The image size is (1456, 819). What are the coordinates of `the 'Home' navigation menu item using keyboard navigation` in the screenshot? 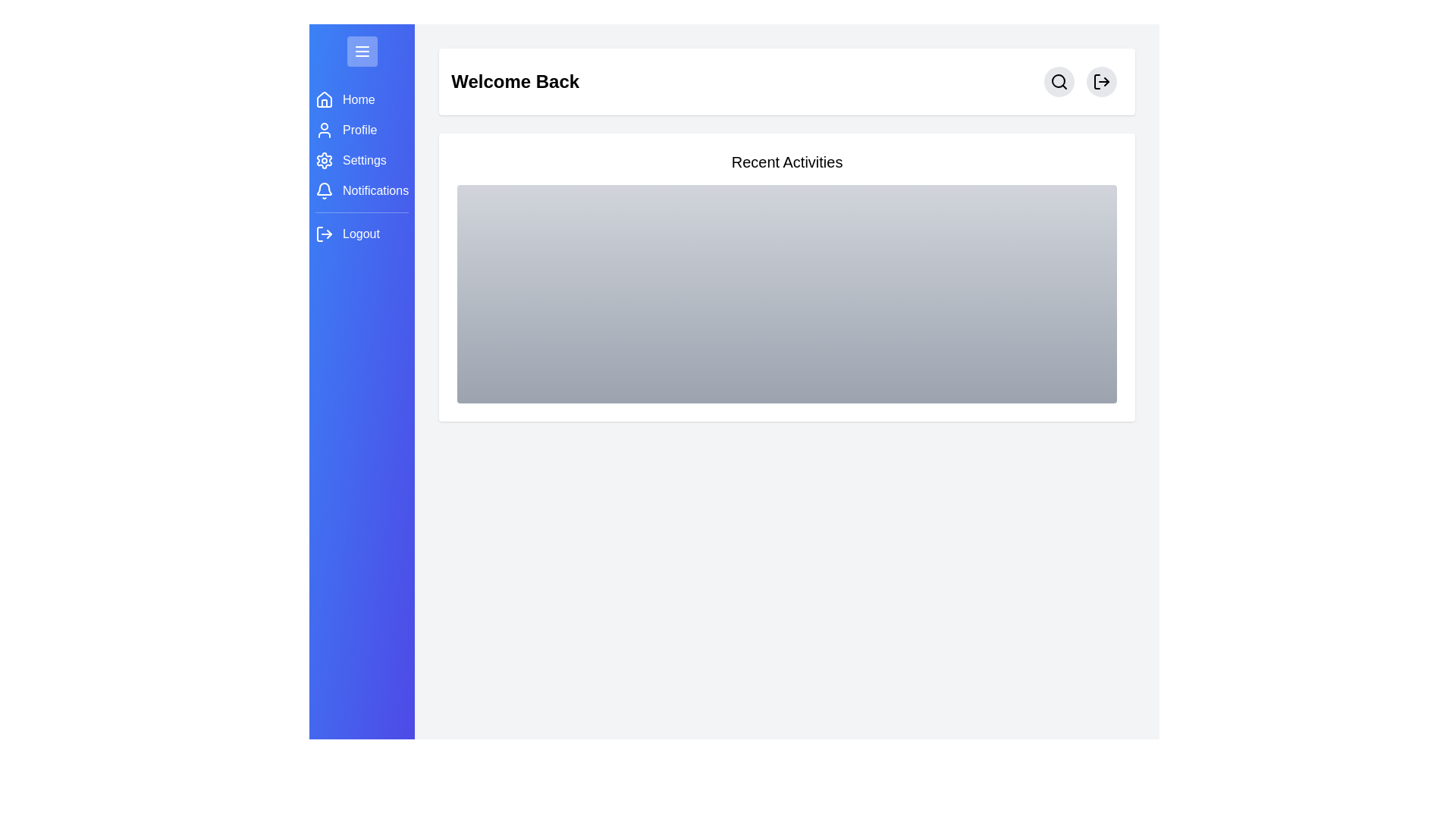 It's located at (361, 99).